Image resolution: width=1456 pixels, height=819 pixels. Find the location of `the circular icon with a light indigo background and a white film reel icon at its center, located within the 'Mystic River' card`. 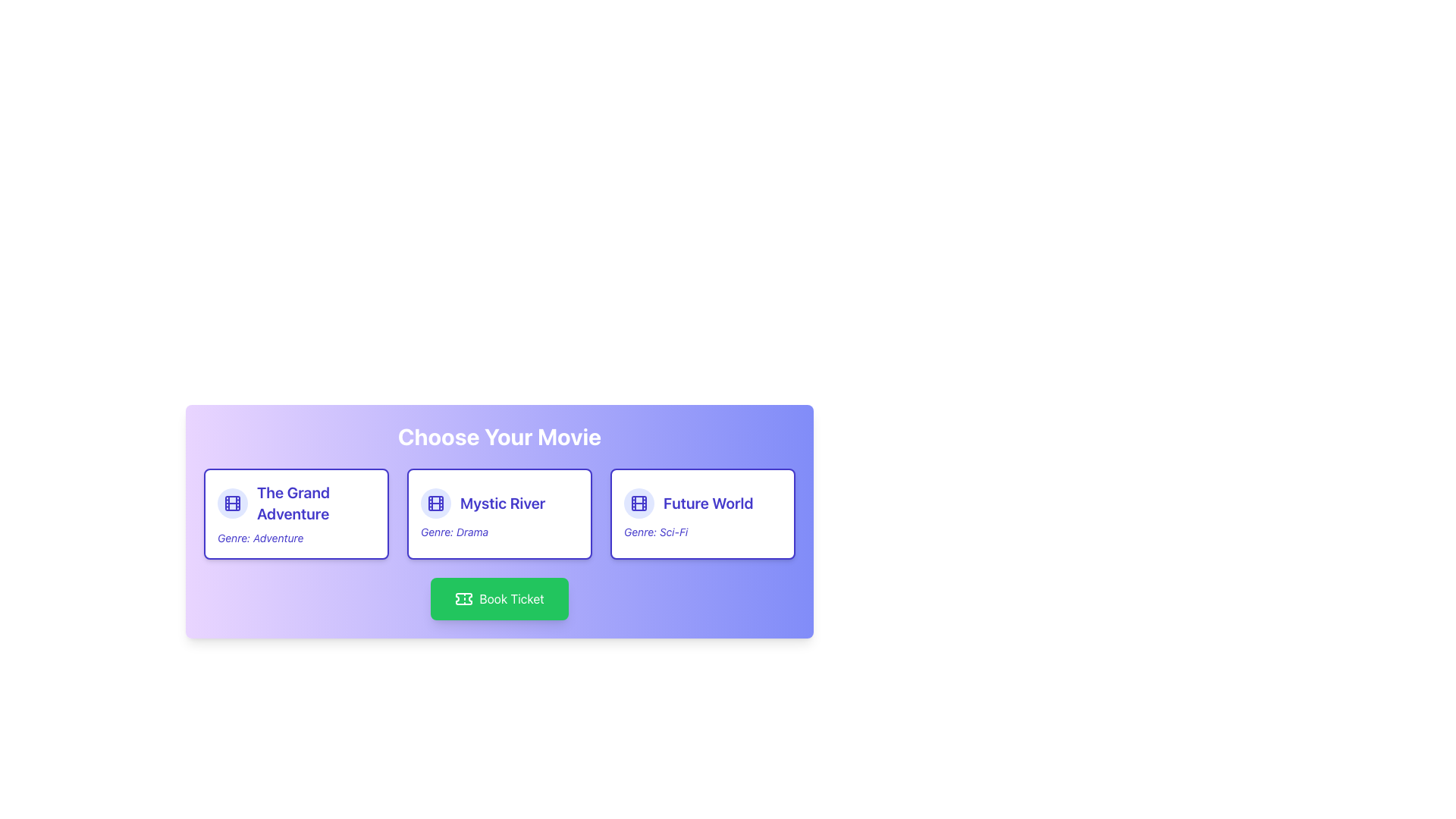

the circular icon with a light indigo background and a white film reel icon at its center, located within the 'Mystic River' card is located at coordinates (435, 503).